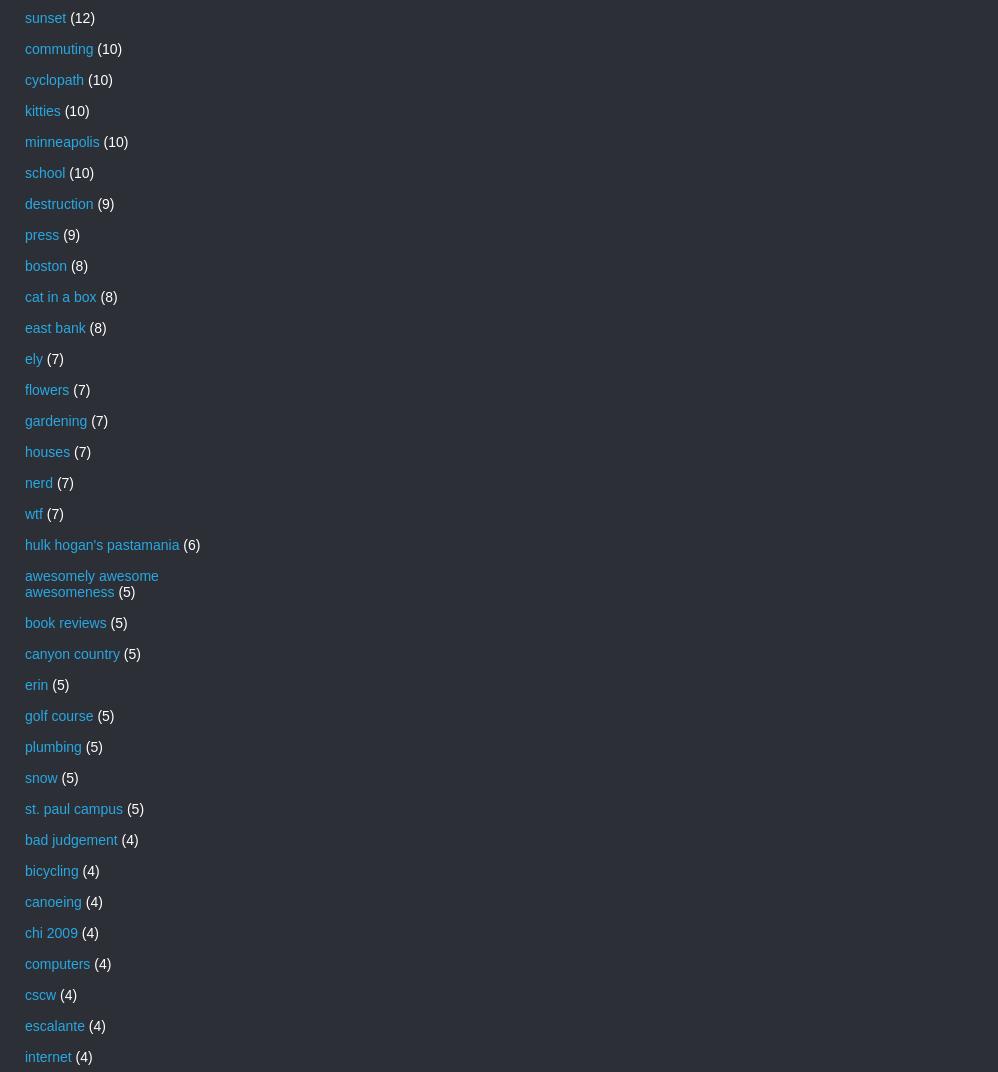 The height and width of the screenshot is (1072, 998). What do you see at coordinates (25, 325) in the screenshot?
I see `'east bank'` at bounding box center [25, 325].